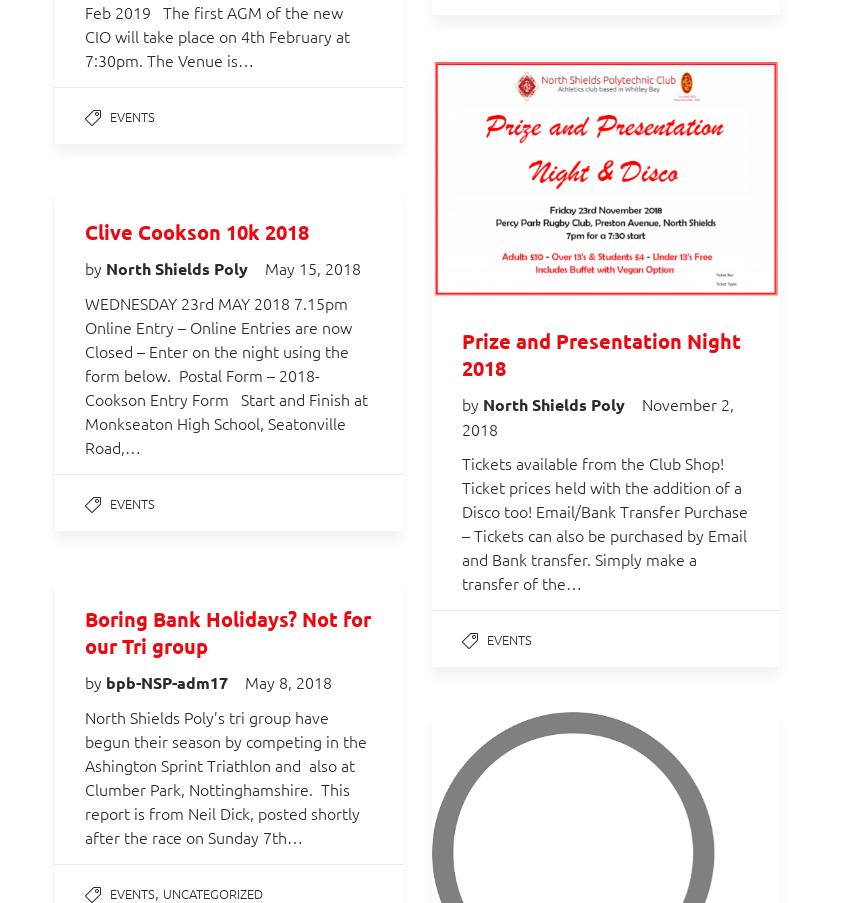  I want to click on 'WEDNESDAY 23rd MAY 2018 7.15pm  Online Entry – Online Entries are now Closed – Enter on the night using the form below.  Postal Form – 2018-Cookson Entry Form   Start and Finish at Monkseaton High School, Seatonville Road,…', so click(85, 375).